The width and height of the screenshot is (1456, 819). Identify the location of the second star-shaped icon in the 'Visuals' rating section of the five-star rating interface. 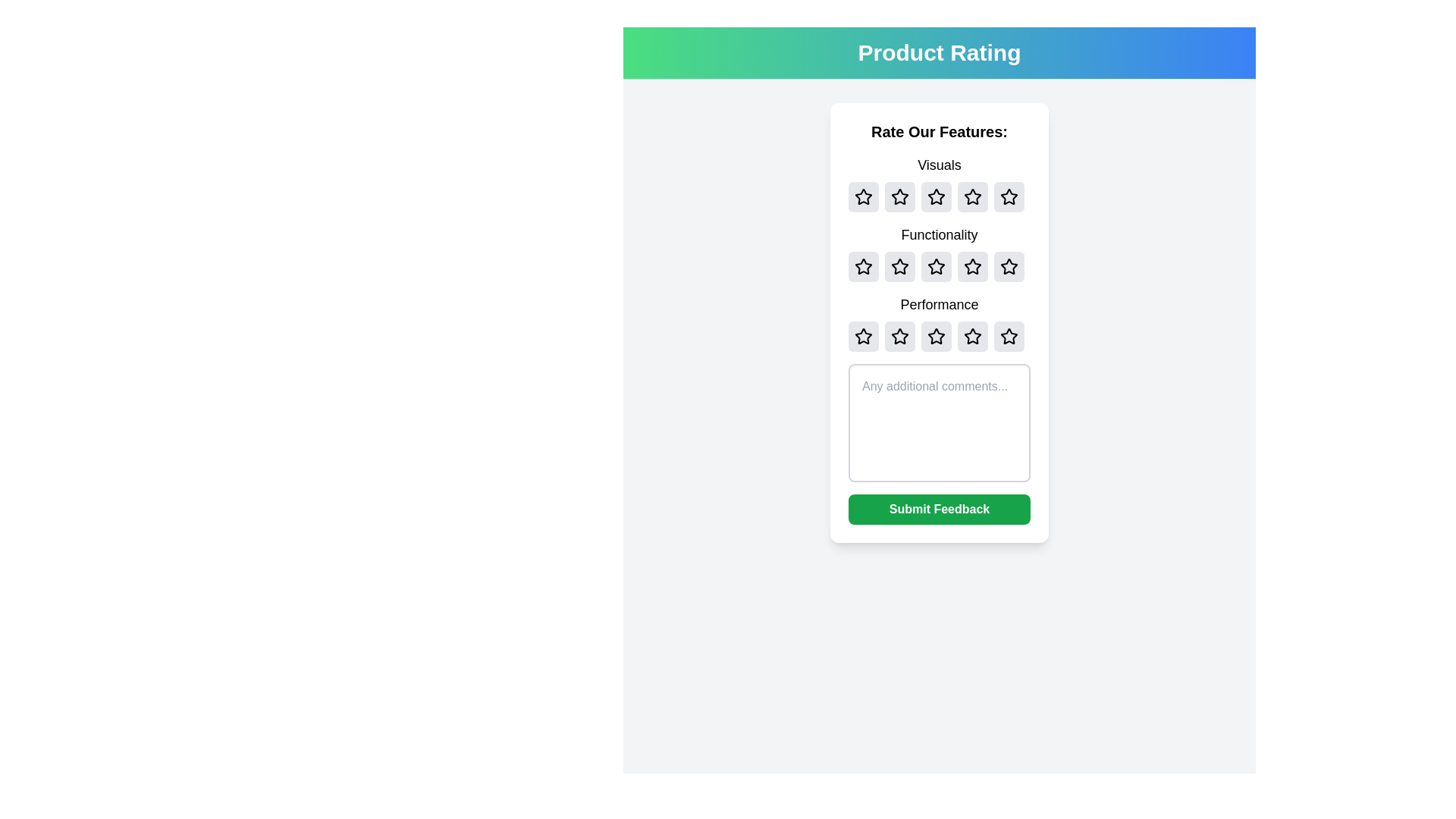
(935, 196).